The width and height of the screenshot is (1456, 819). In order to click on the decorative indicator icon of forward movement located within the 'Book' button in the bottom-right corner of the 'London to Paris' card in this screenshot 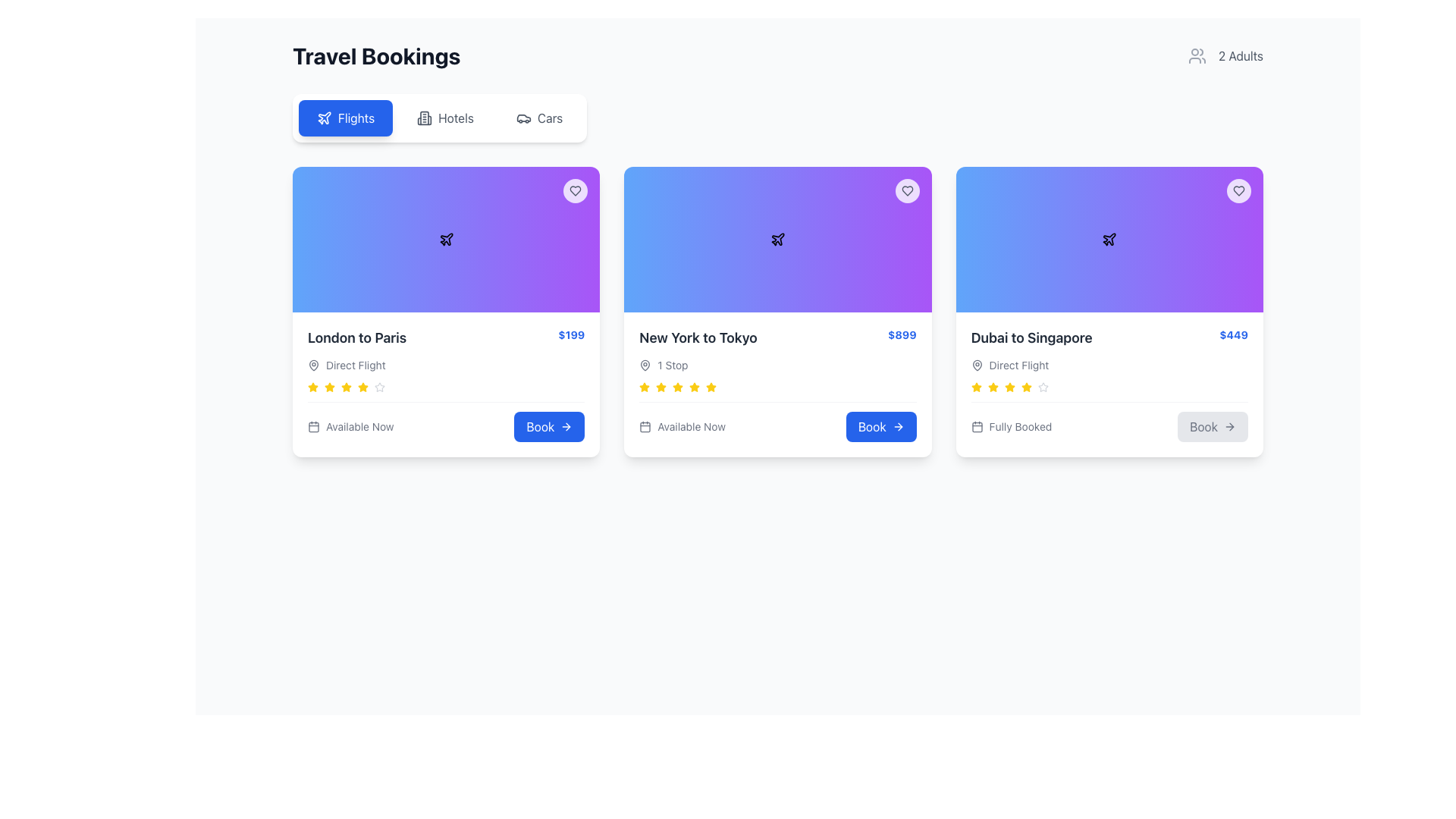, I will do `click(567, 427)`.